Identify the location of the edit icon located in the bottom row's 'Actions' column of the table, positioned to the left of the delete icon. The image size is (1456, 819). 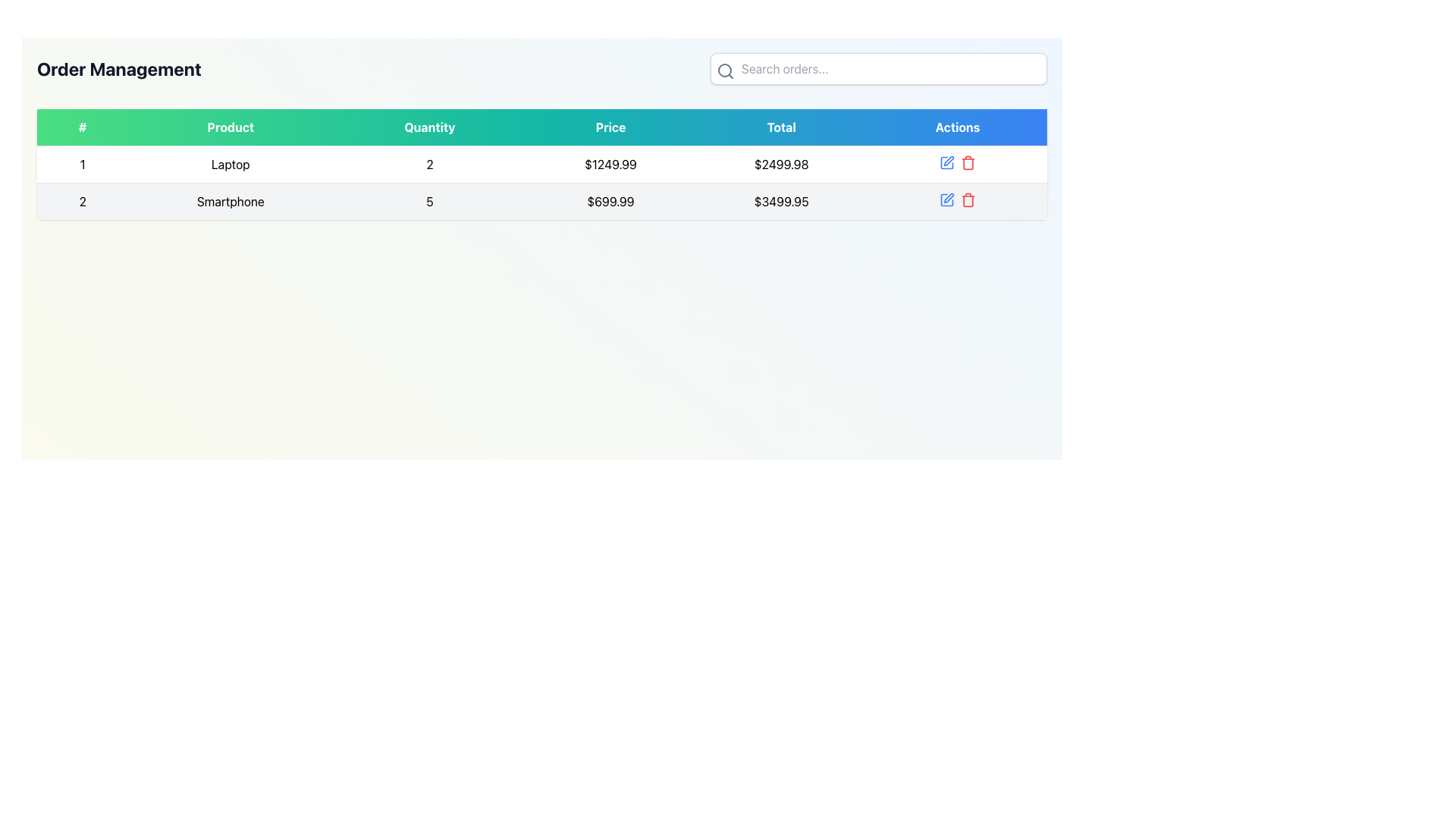
(946, 199).